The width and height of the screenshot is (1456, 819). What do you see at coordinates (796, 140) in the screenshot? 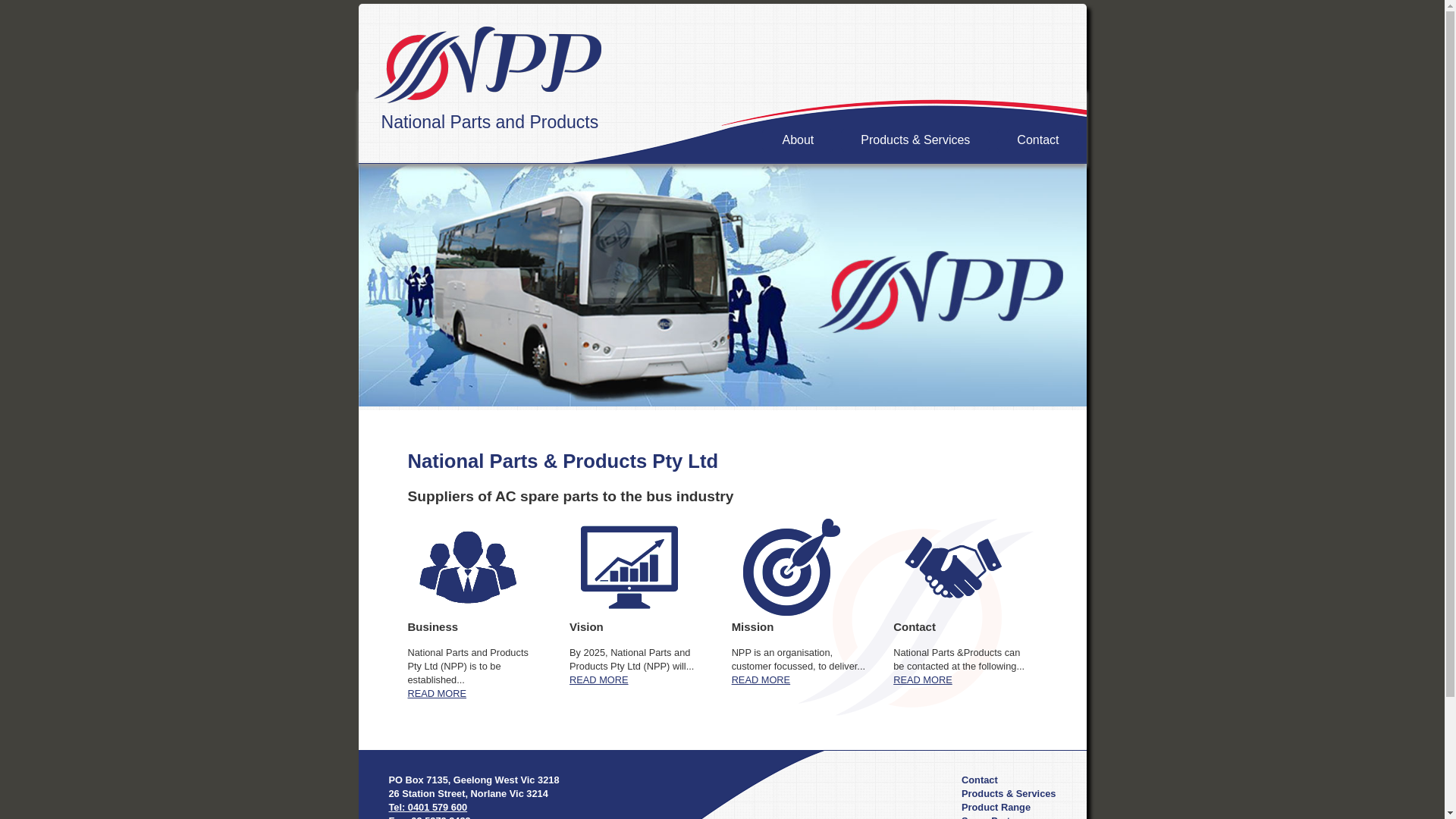
I see `'About'` at bounding box center [796, 140].